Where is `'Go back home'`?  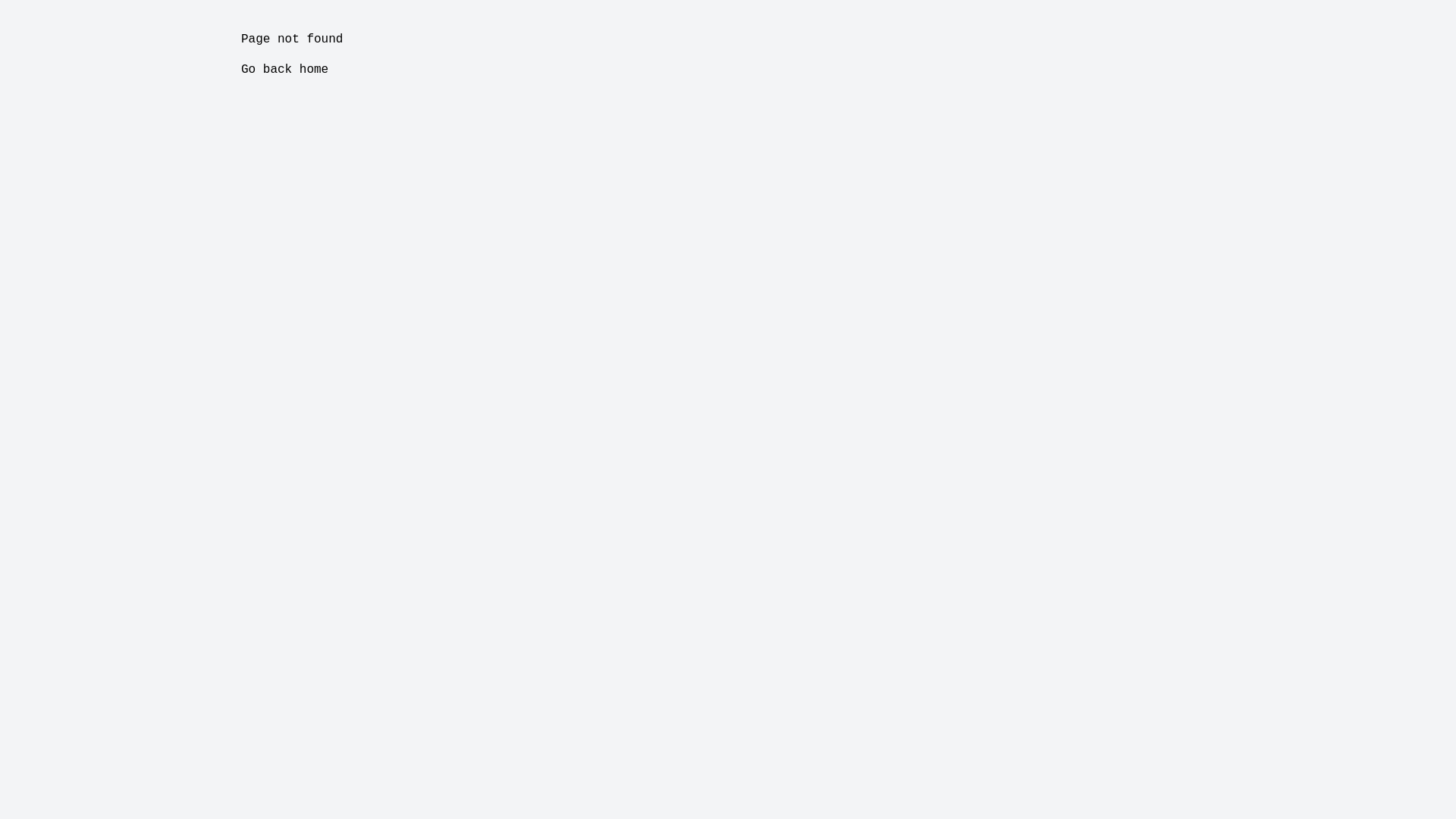
'Go back home' is located at coordinates (284, 70).